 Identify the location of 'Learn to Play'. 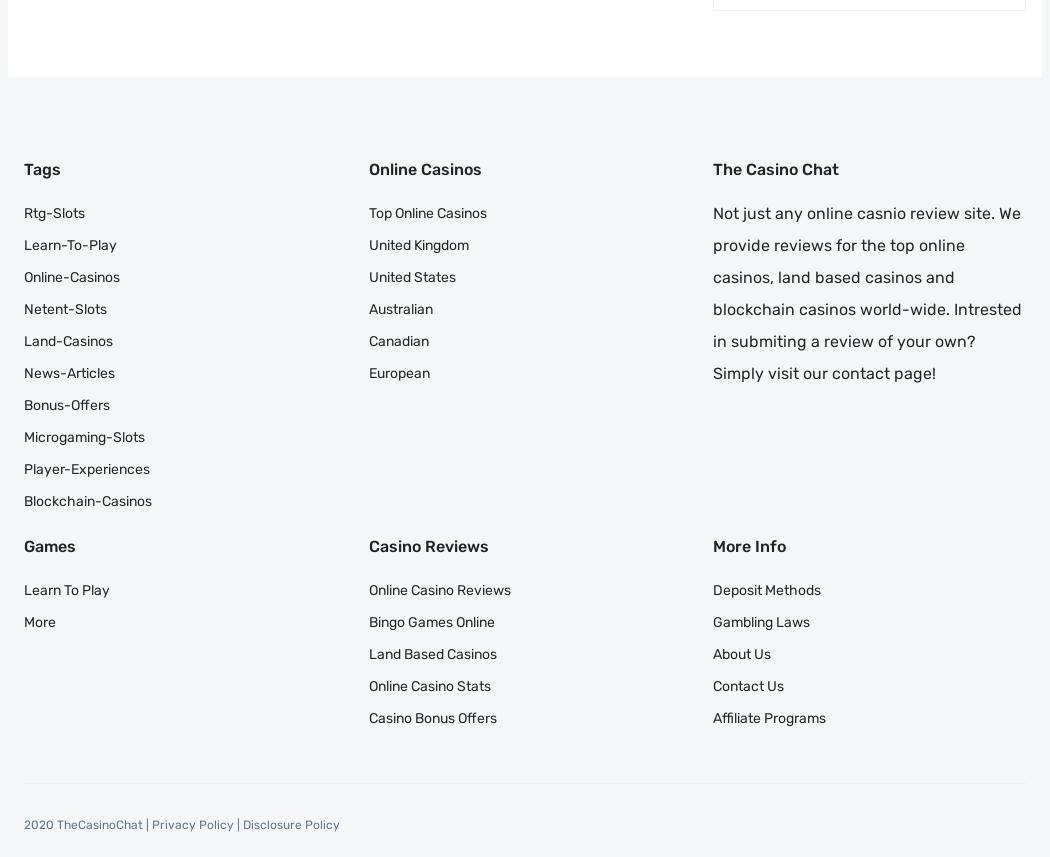
(24, 588).